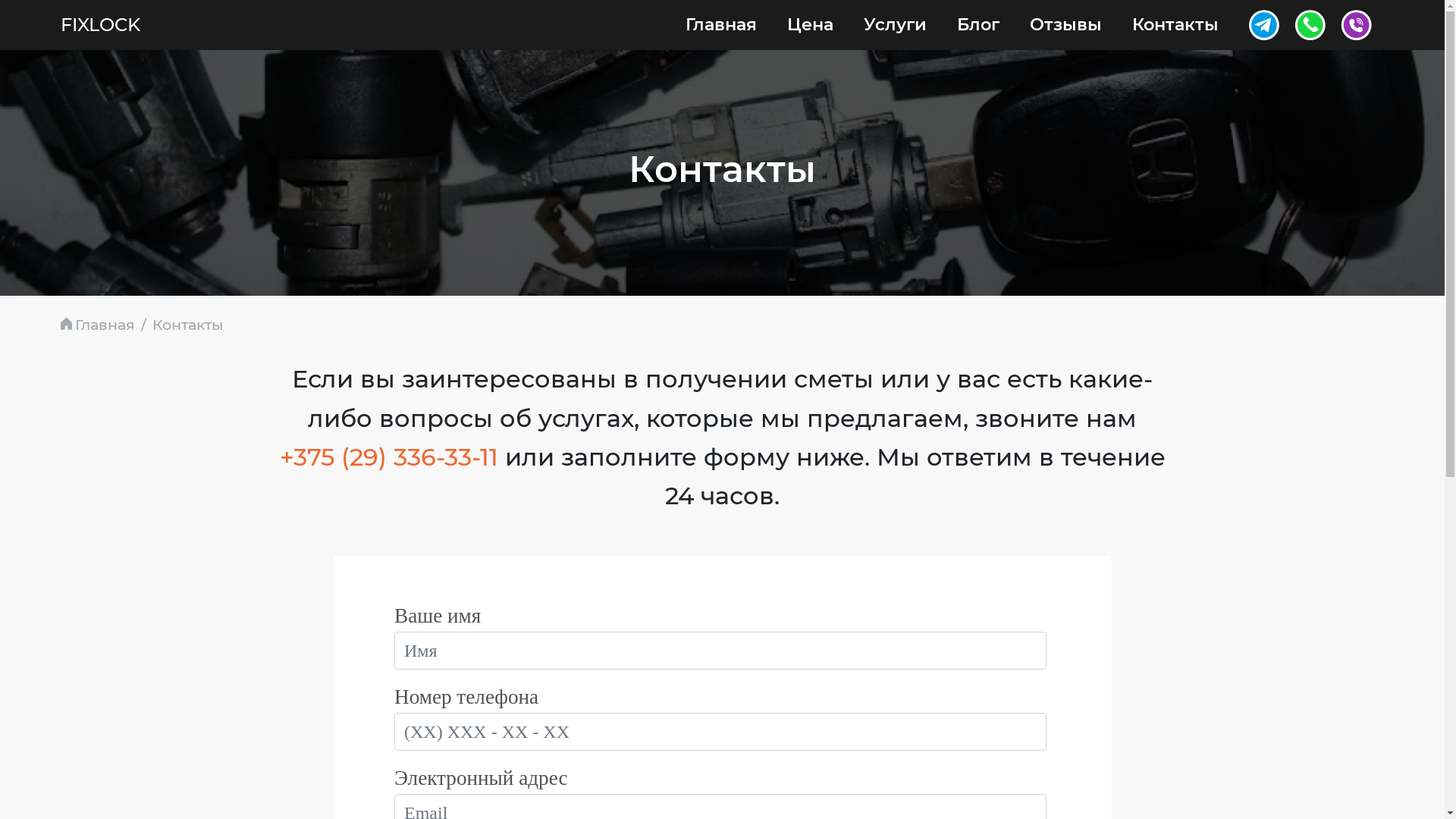  I want to click on '+375 (29) 336-33-11', so click(388, 456).